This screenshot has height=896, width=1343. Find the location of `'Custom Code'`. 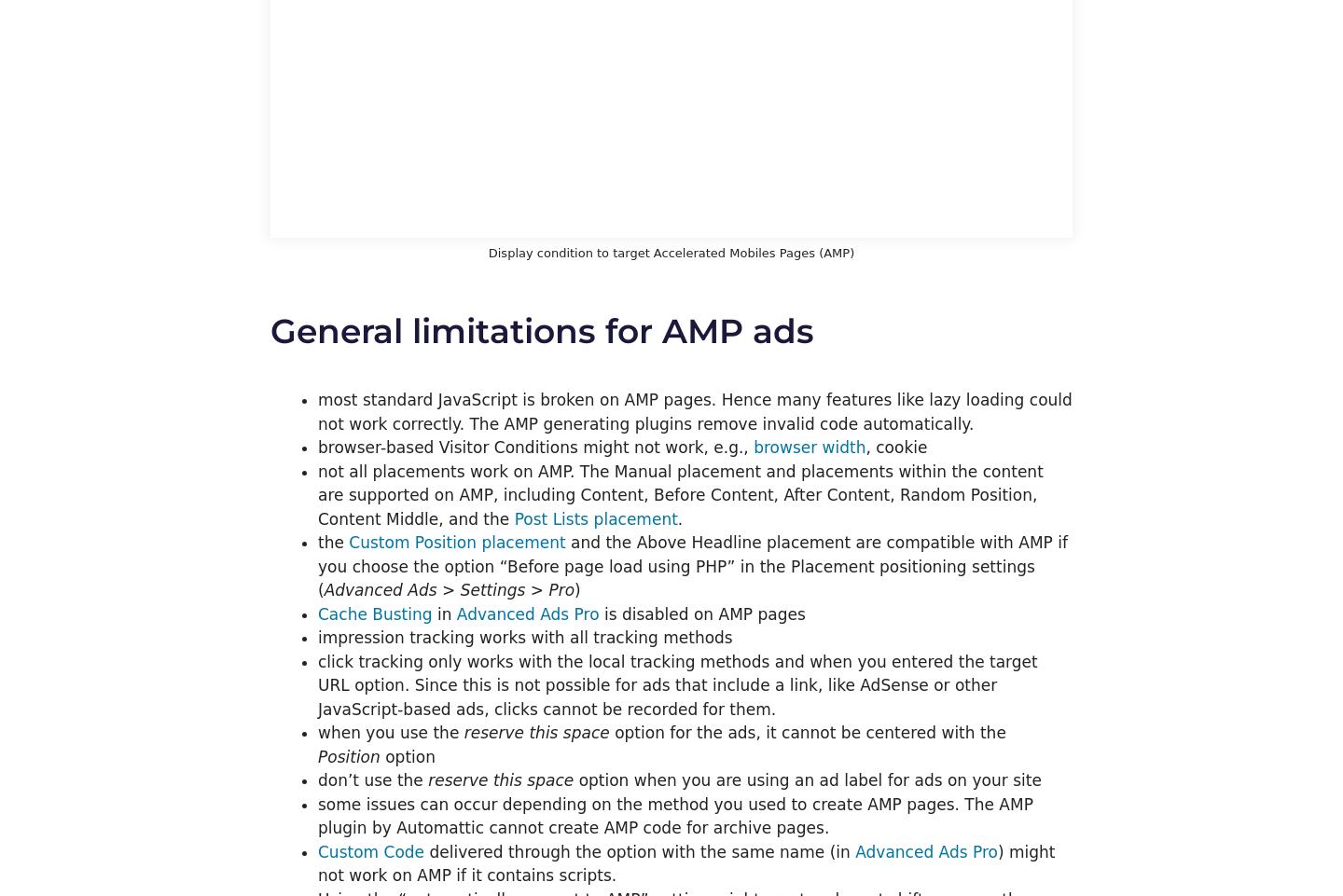

'Custom Code' is located at coordinates (370, 851).